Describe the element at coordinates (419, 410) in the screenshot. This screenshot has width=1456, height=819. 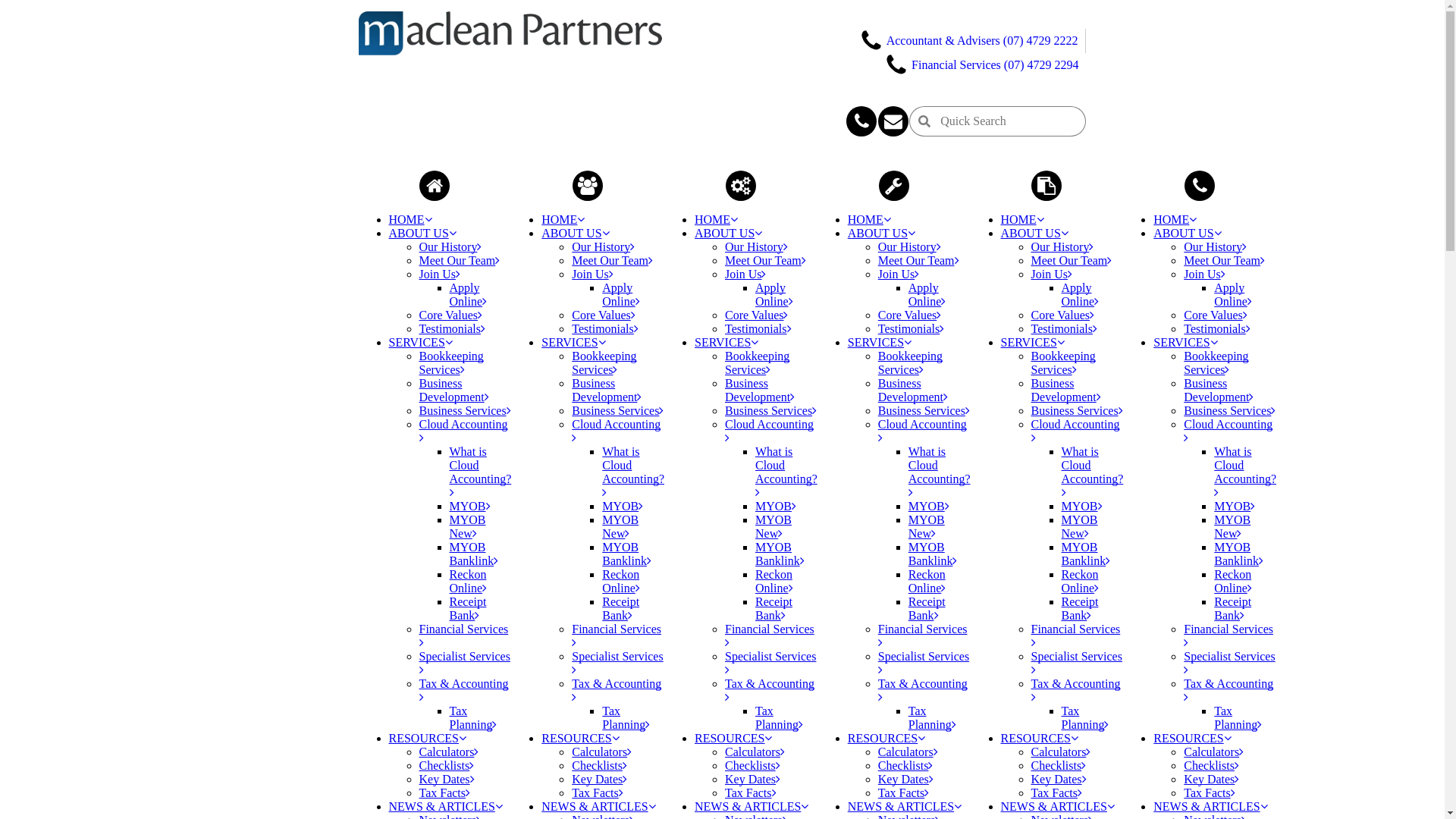
I see `'Business Services'` at that location.